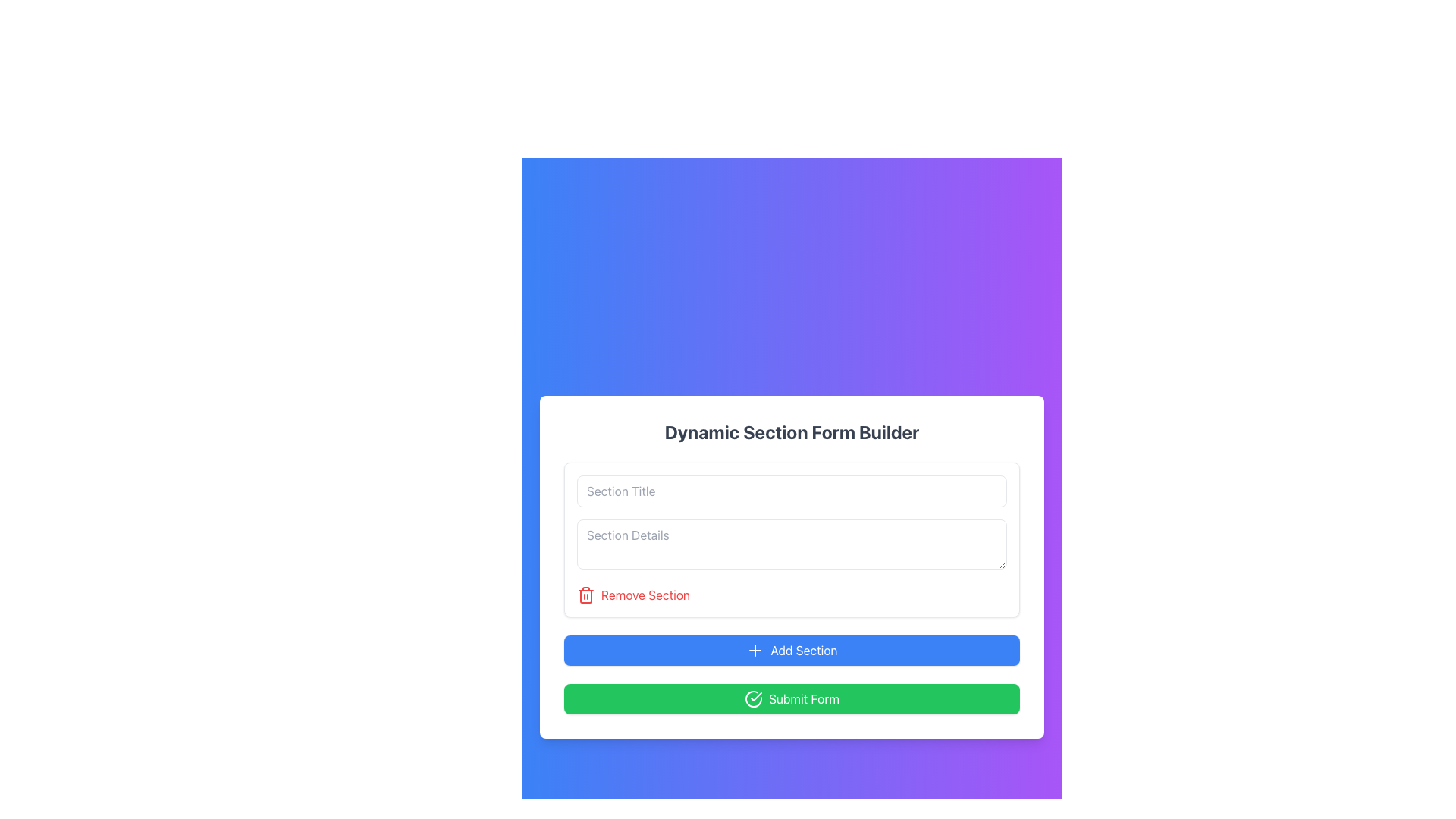 Image resolution: width=1456 pixels, height=819 pixels. Describe the element at coordinates (753, 698) in the screenshot. I see `the 'Submit Form' button which contains the SVG Icon representing confirmation or success, located next to the text label 'Submit Form'` at that location.